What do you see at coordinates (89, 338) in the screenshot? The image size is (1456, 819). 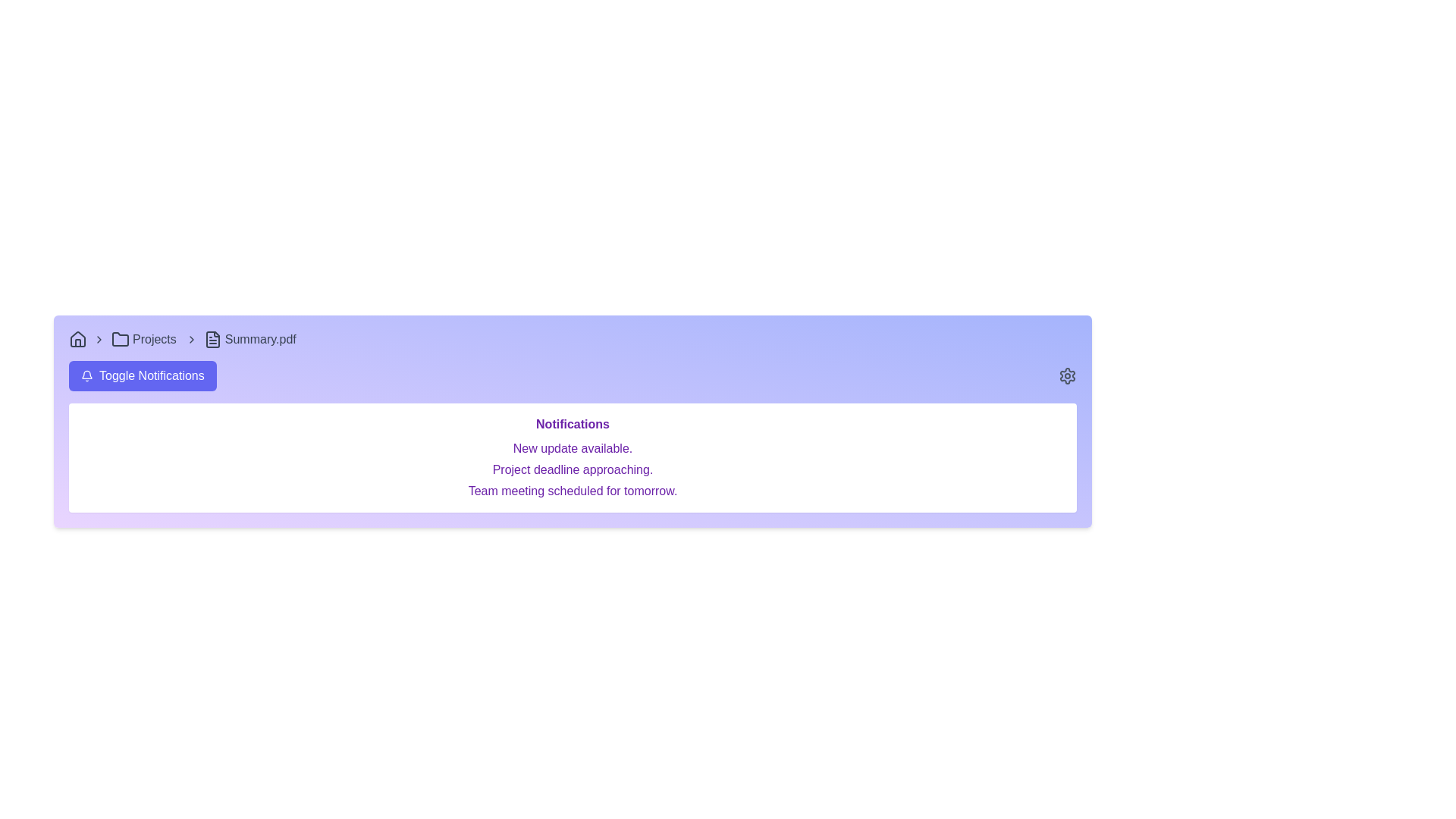 I see `the 'home' button in the breadcrumb navigation bar` at bounding box center [89, 338].